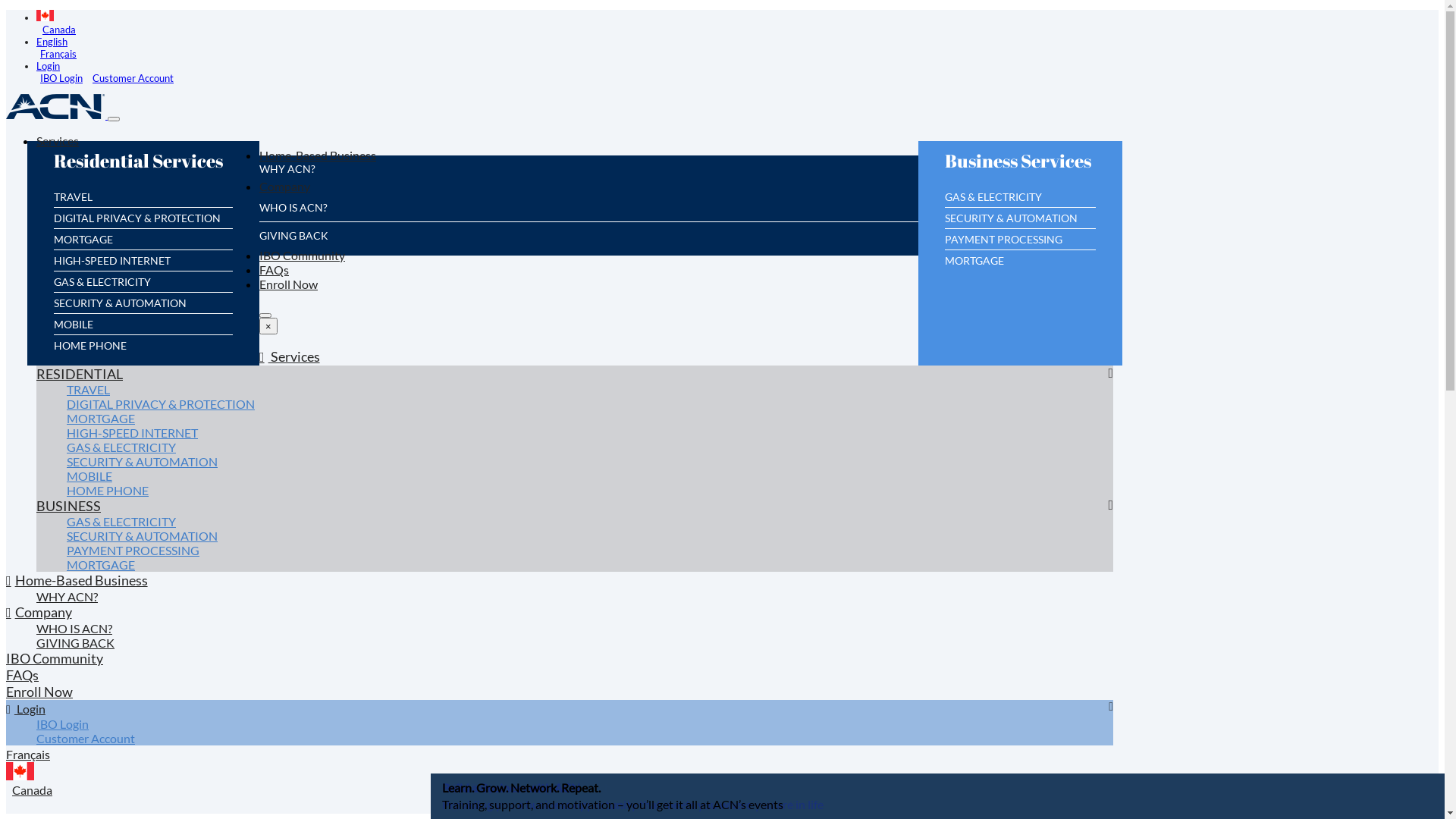 The width and height of the screenshot is (1456, 819). I want to click on 'Residential Services', so click(142, 168).